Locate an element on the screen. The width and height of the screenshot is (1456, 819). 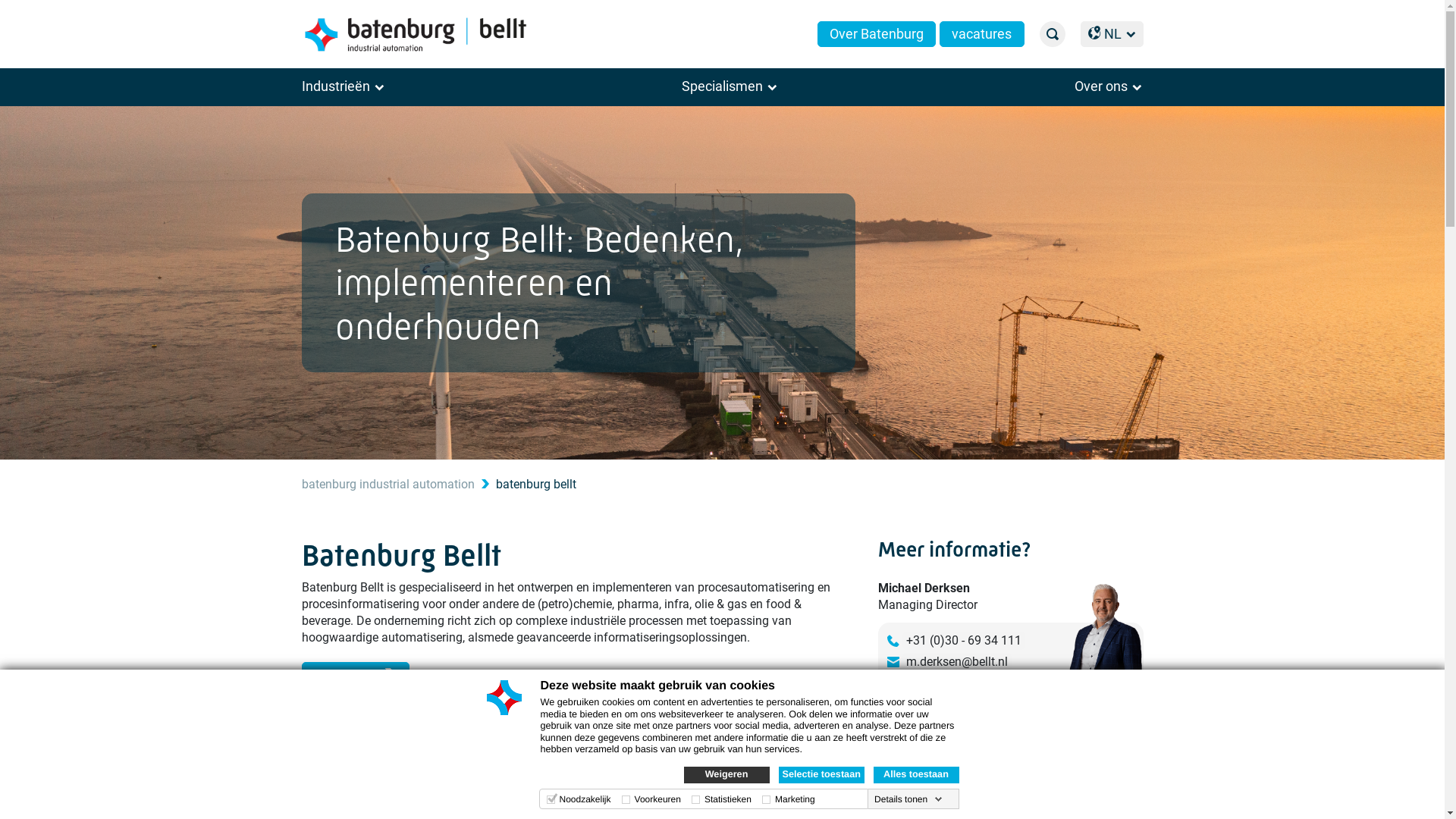
'Specialismen' is located at coordinates (730, 86).